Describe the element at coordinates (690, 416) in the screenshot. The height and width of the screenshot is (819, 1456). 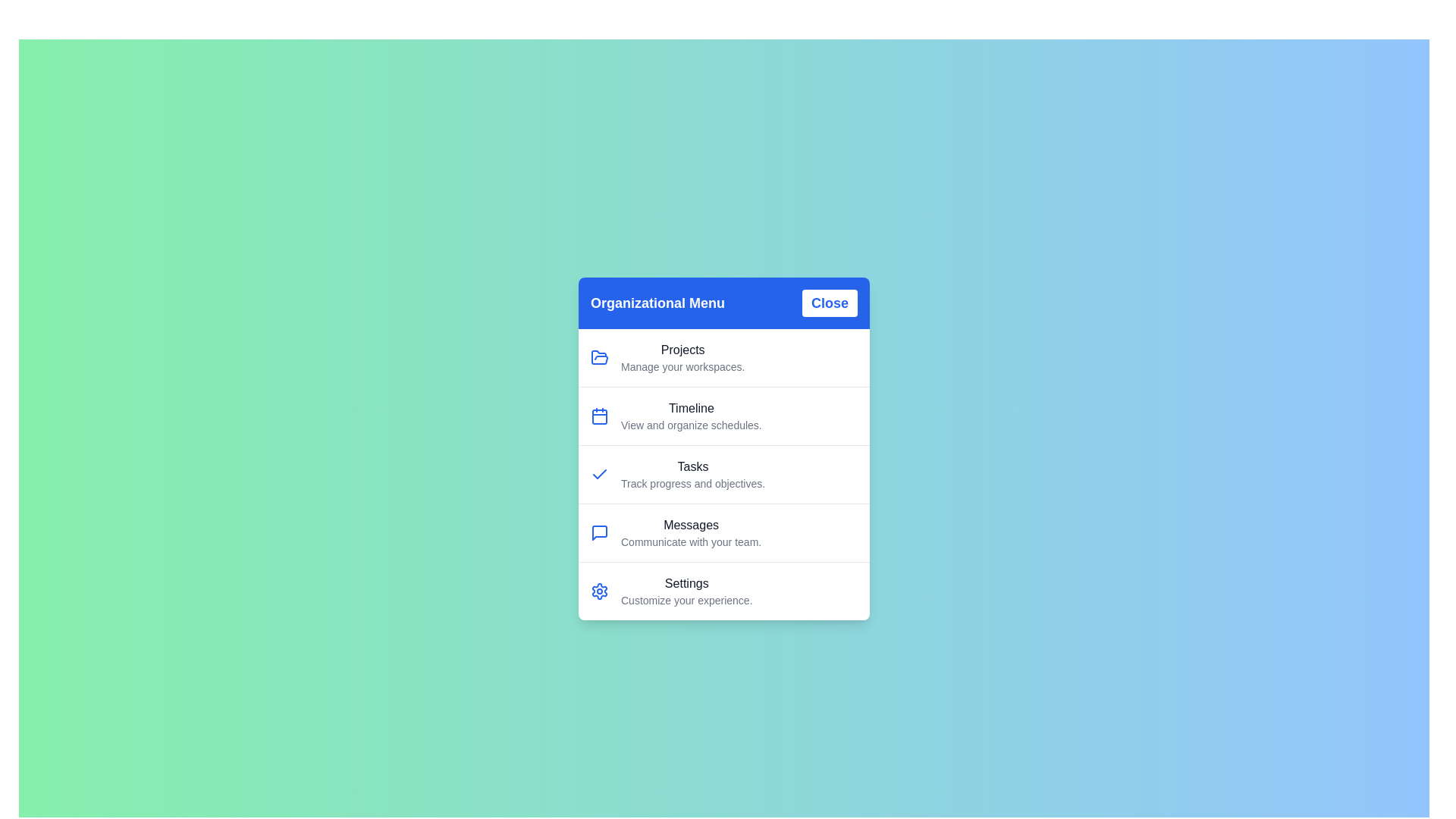
I see `the menu item labeled 'Timeline' to view its details` at that location.